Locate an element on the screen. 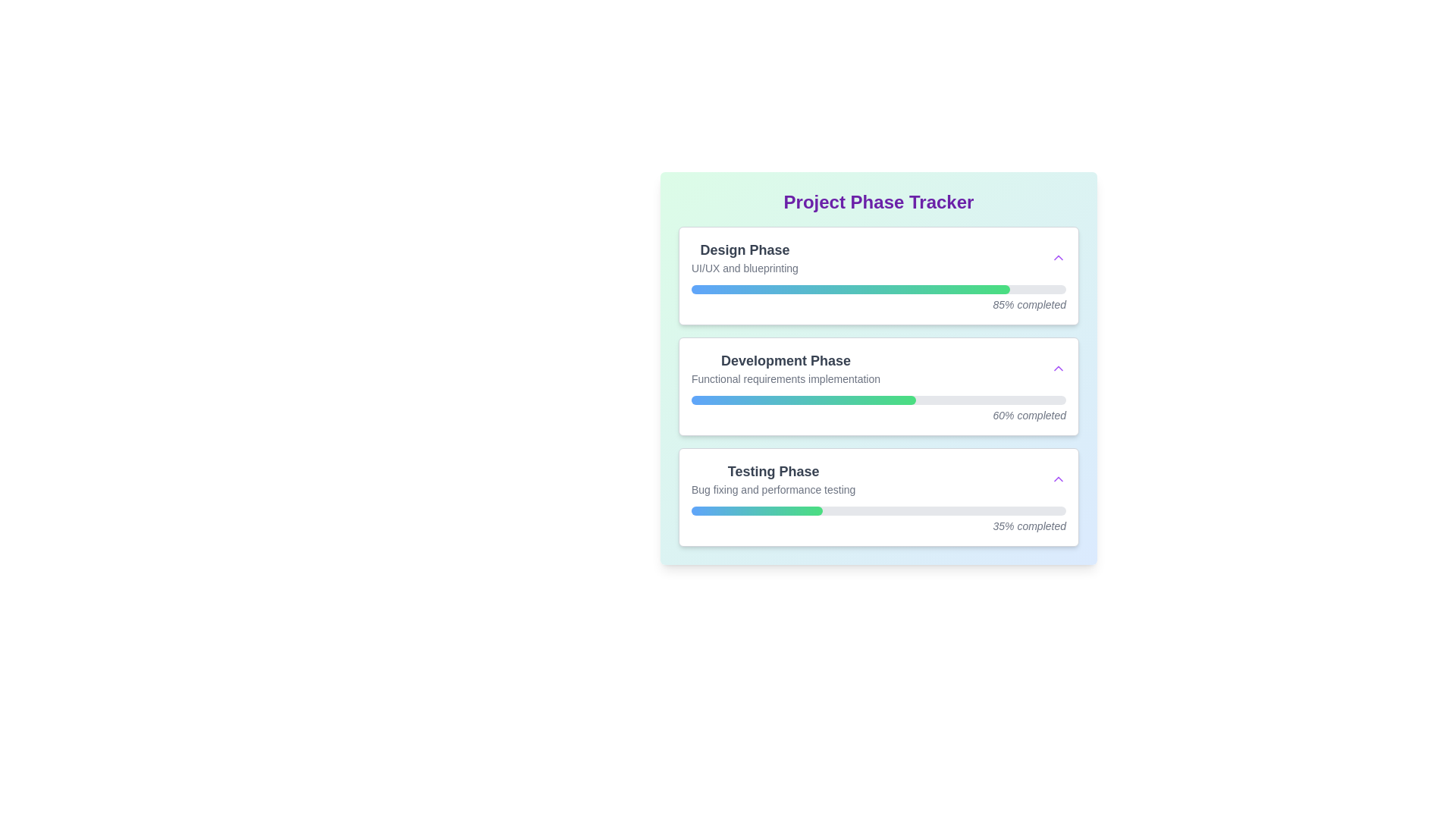  the horizontal progress bar with a blue to green gradient fill located in the 'Design Phase' section of the 'Project Phase Tracker' card is located at coordinates (878, 289).